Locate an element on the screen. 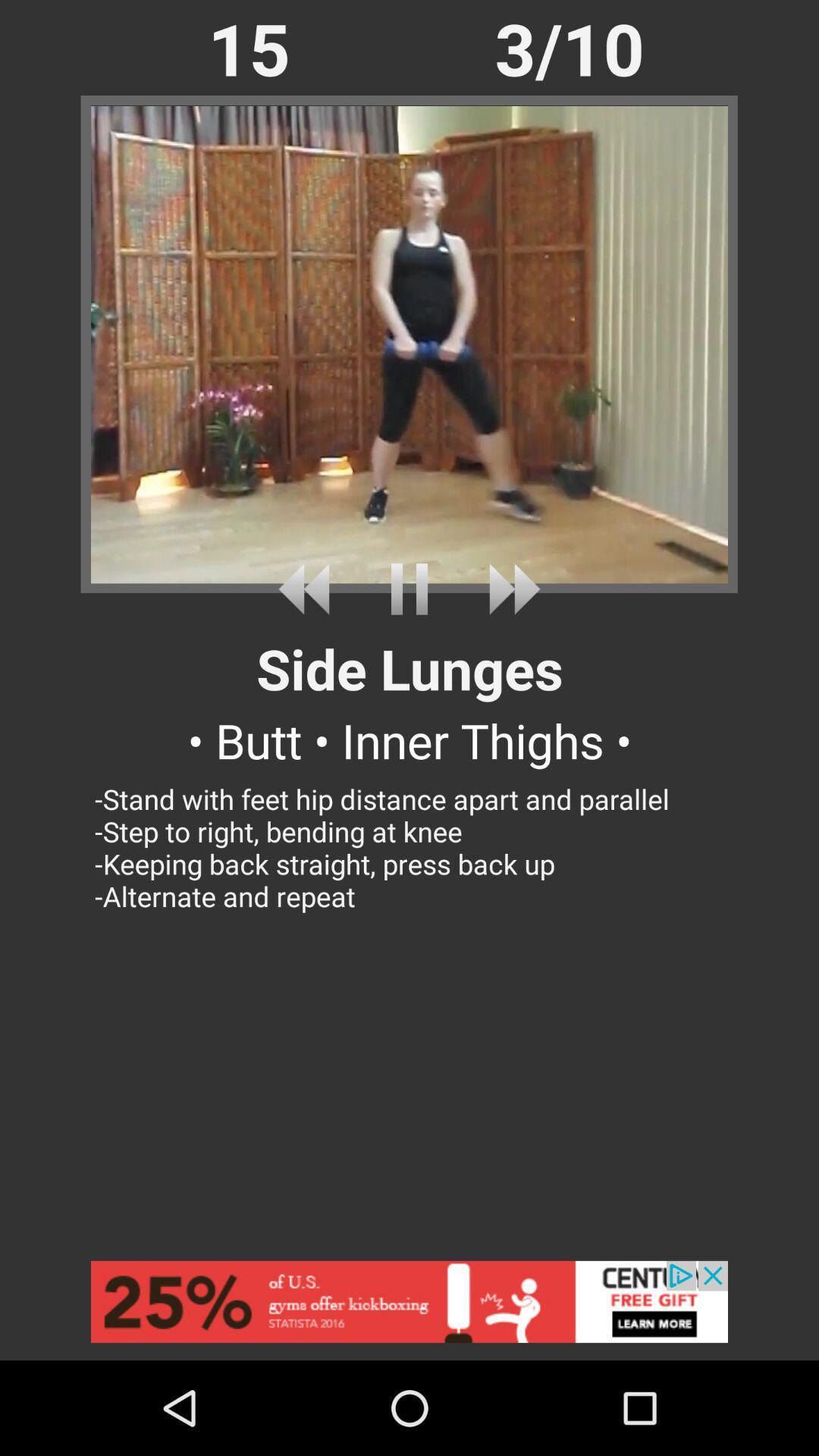 The width and height of the screenshot is (819, 1456). goto next is located at coordinates (509, 588).